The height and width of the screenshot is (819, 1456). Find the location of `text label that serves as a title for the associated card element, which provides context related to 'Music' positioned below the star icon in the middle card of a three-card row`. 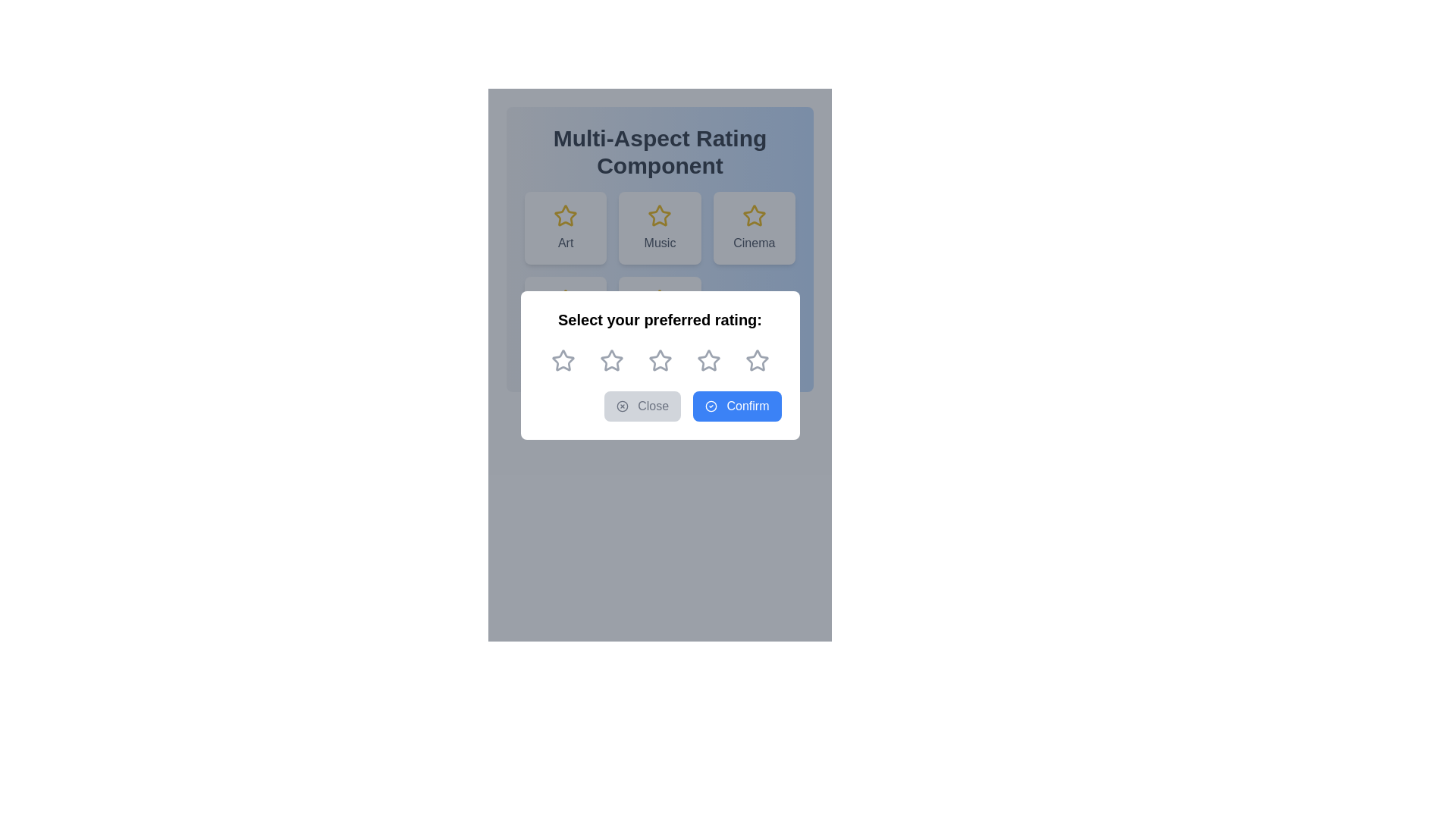

text label that serves as a title for the associated card element, which provides context related to 'Music' positioned below the star icon in the middle card of a three-card row is located at coordinates (660, 242).